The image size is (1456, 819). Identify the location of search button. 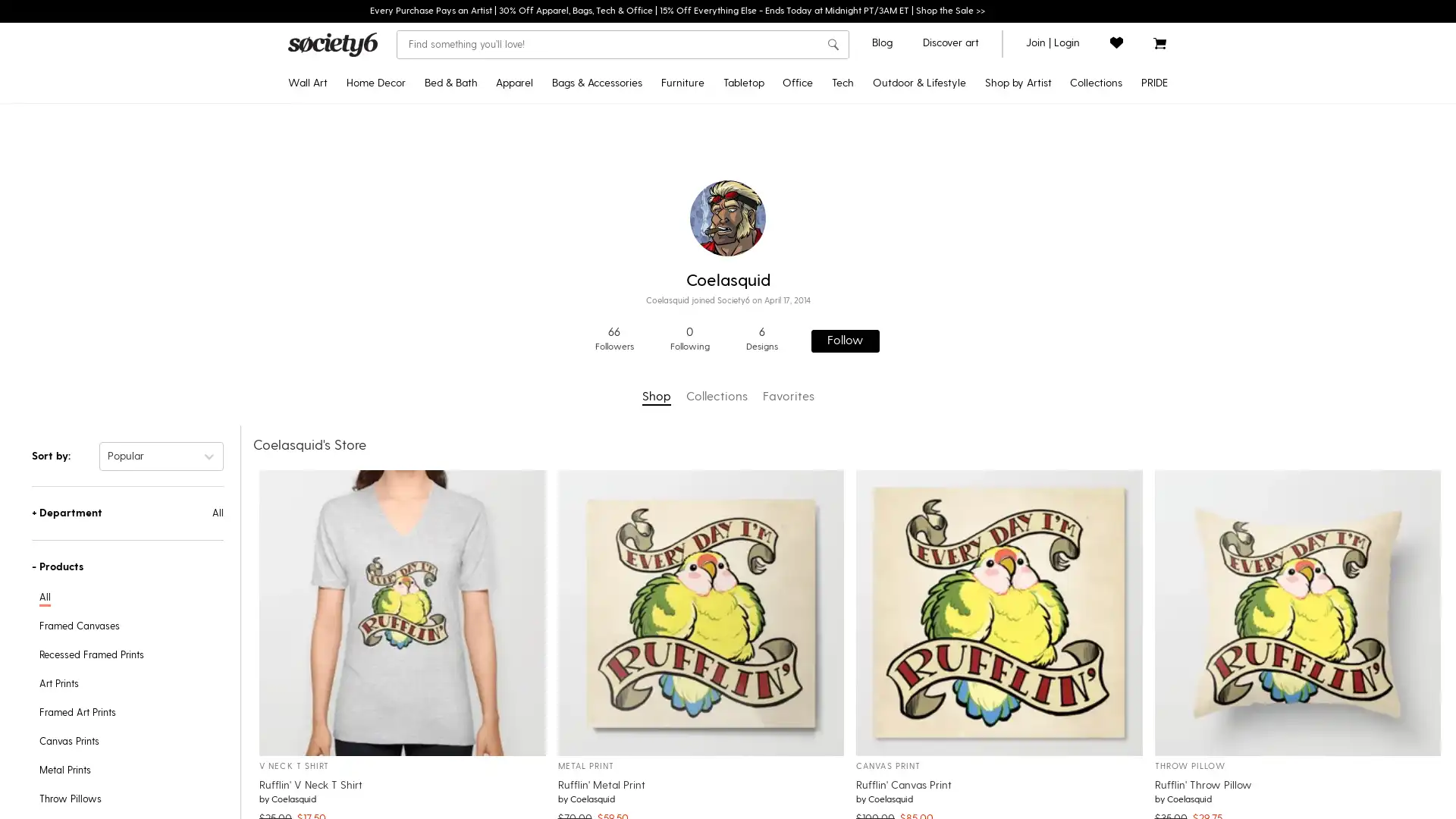
(832, 45).